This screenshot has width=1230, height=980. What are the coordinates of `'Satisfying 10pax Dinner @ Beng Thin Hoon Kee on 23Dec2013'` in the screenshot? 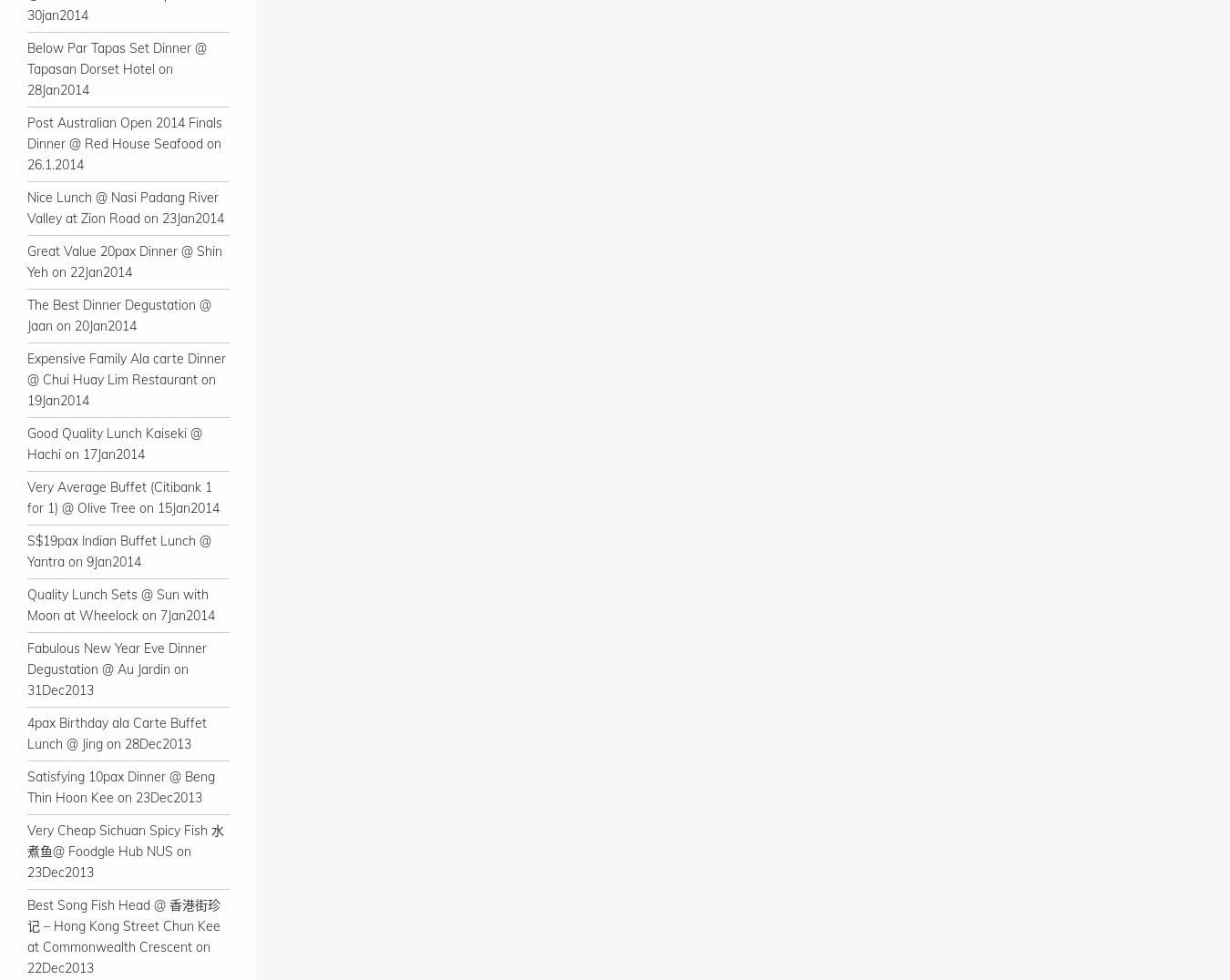 It's located at (120, 787).